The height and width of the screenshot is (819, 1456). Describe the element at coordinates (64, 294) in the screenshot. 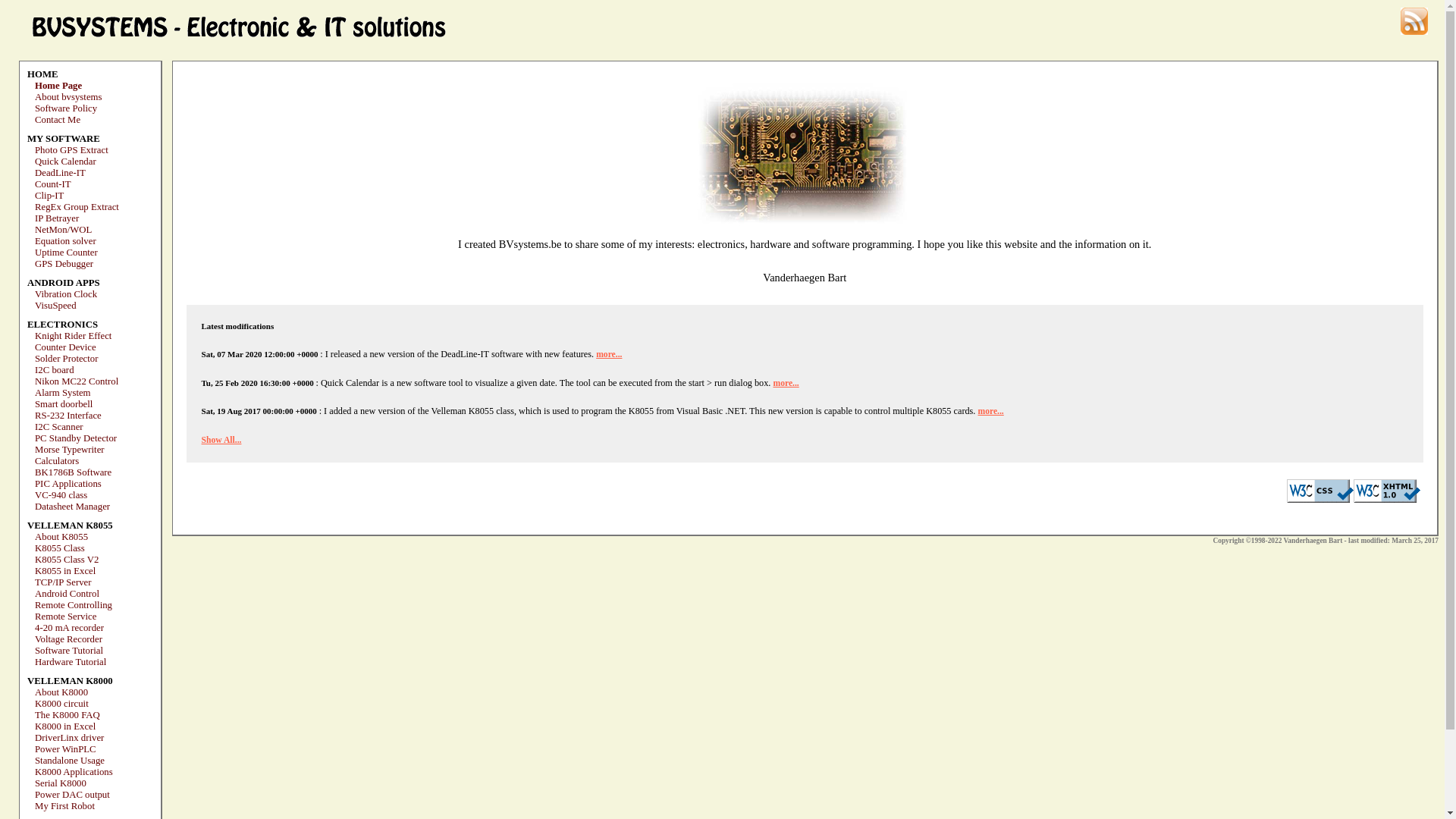

I see `'Vibration Clock'` at that location.